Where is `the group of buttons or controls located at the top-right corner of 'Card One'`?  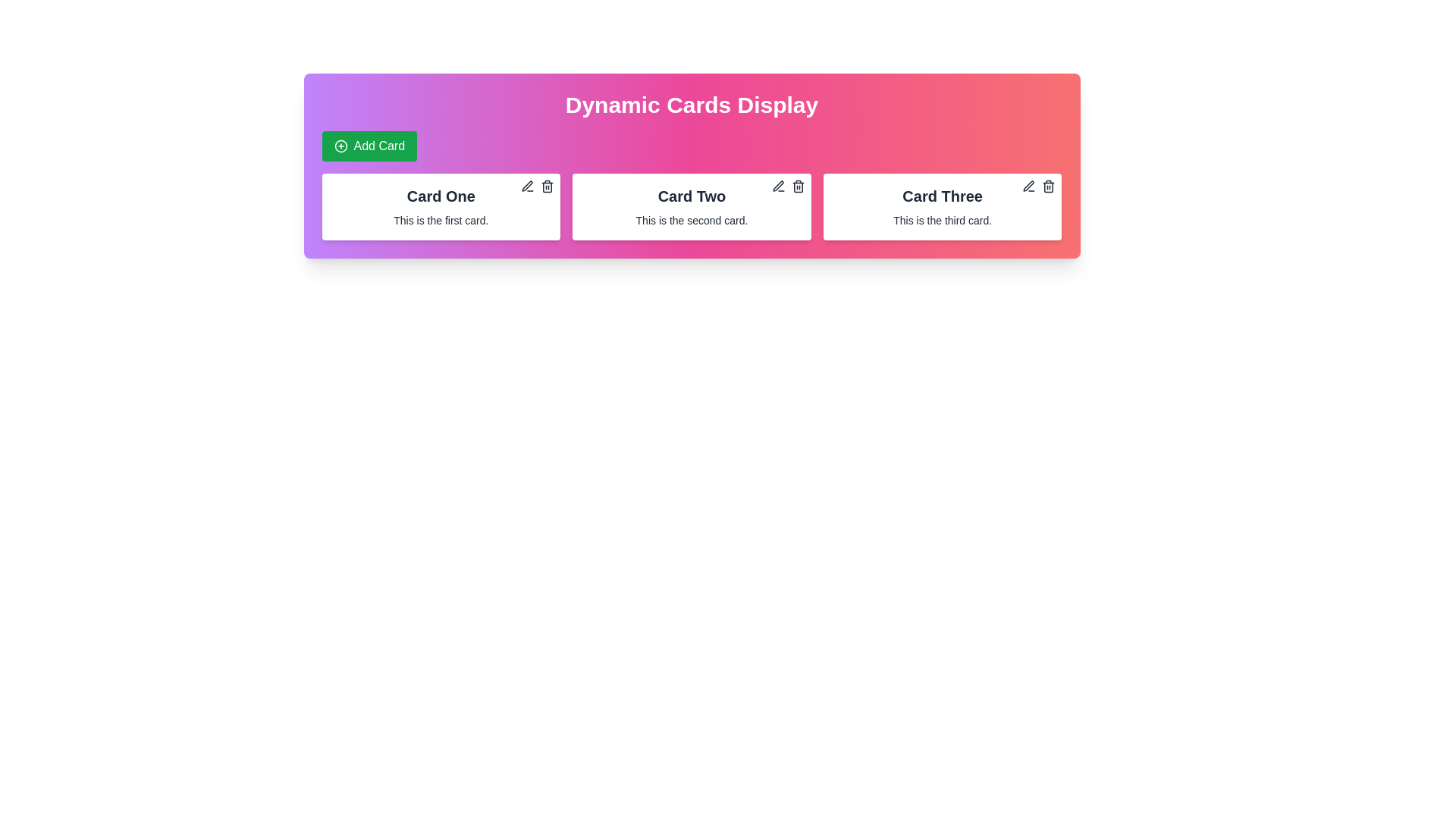
the group of buttons or controls located at the top-right corner of 'Card One' is located at coordinates (538, 186).